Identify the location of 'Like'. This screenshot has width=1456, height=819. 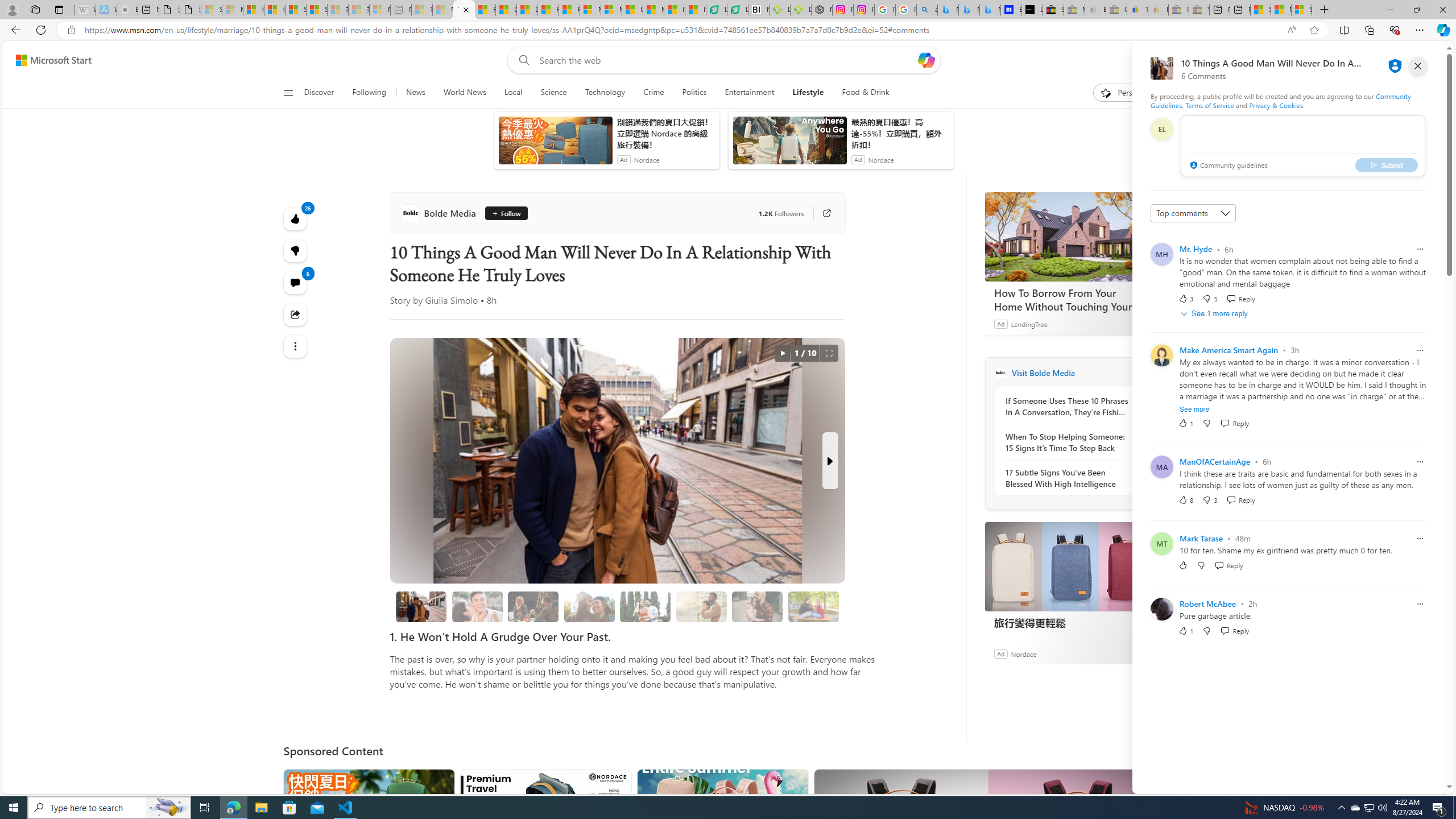
(1182, 564).